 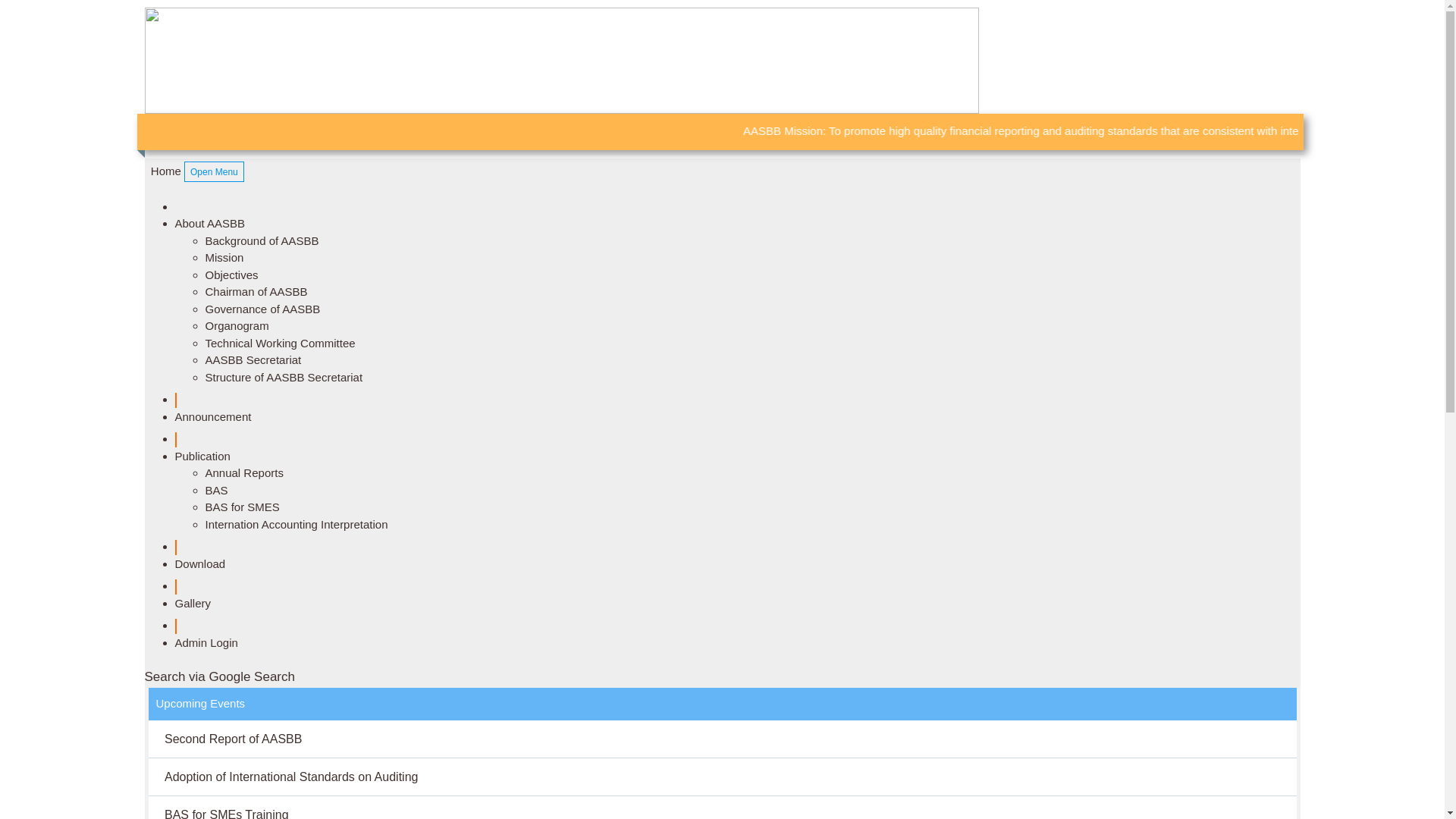 What do you see at coordinates (223, 256) in the screenshot?
I see `'Mission'` at bounding box center [223, 256].